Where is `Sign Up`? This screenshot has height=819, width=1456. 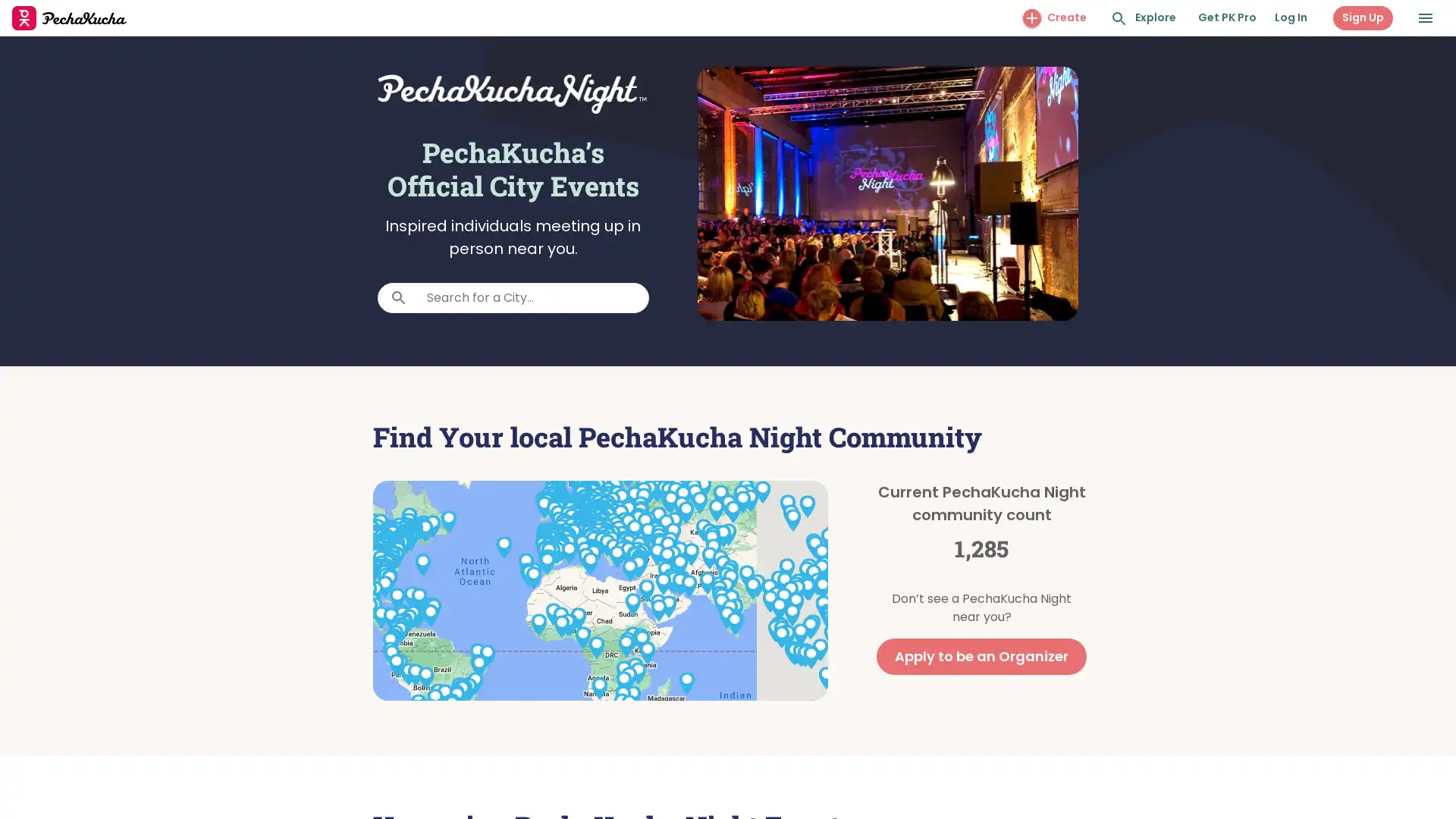 Sign Up is located at coordinates (1363, 17).